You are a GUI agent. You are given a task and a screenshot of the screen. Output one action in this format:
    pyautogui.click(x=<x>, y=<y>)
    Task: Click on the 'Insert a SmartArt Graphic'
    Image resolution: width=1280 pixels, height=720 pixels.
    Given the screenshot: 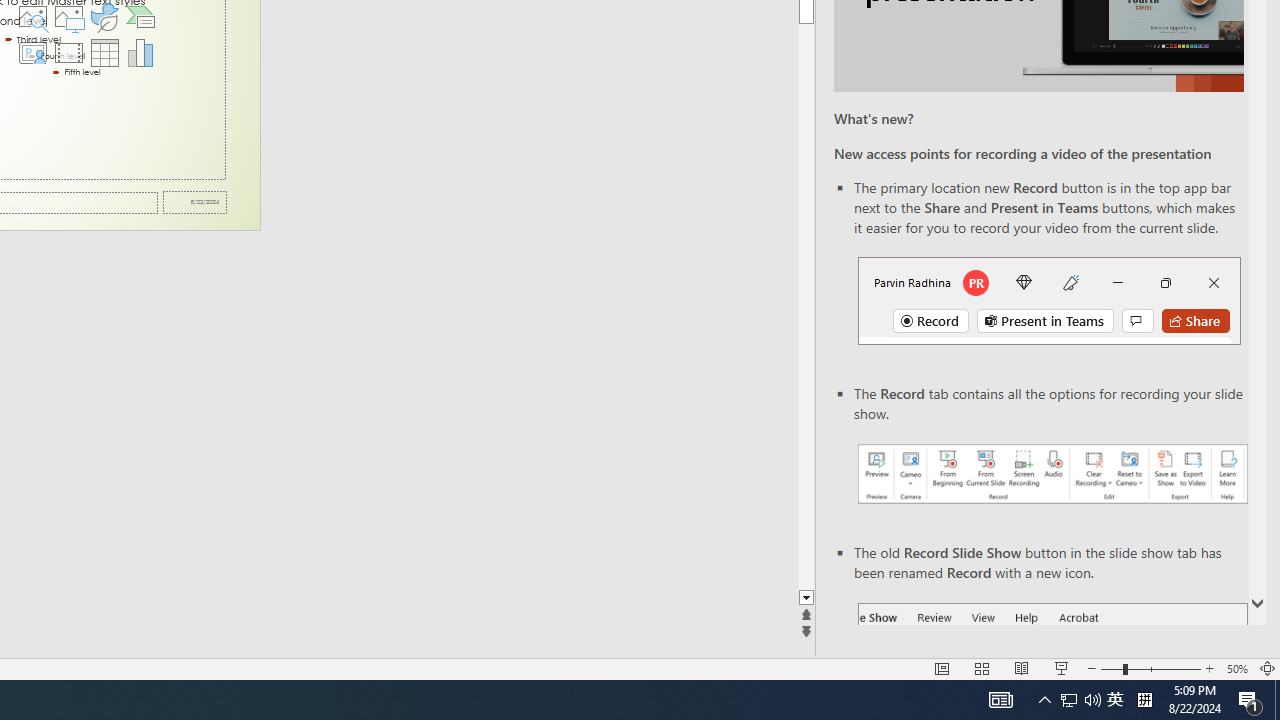 What is the action you would take?
    pyautogui.click(x=140, y=16)
    